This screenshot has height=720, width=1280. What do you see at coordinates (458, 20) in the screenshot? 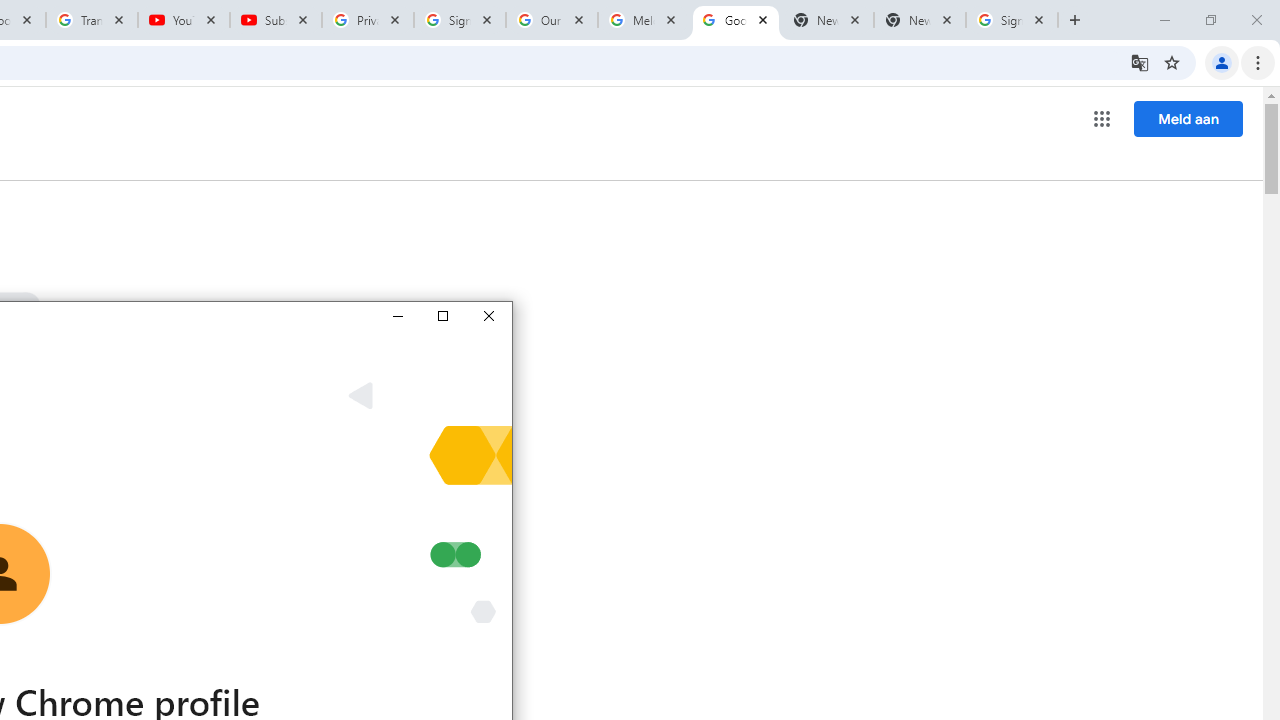
I see `'Sign in - Google Accounts'` at bounding box center [458, 20].